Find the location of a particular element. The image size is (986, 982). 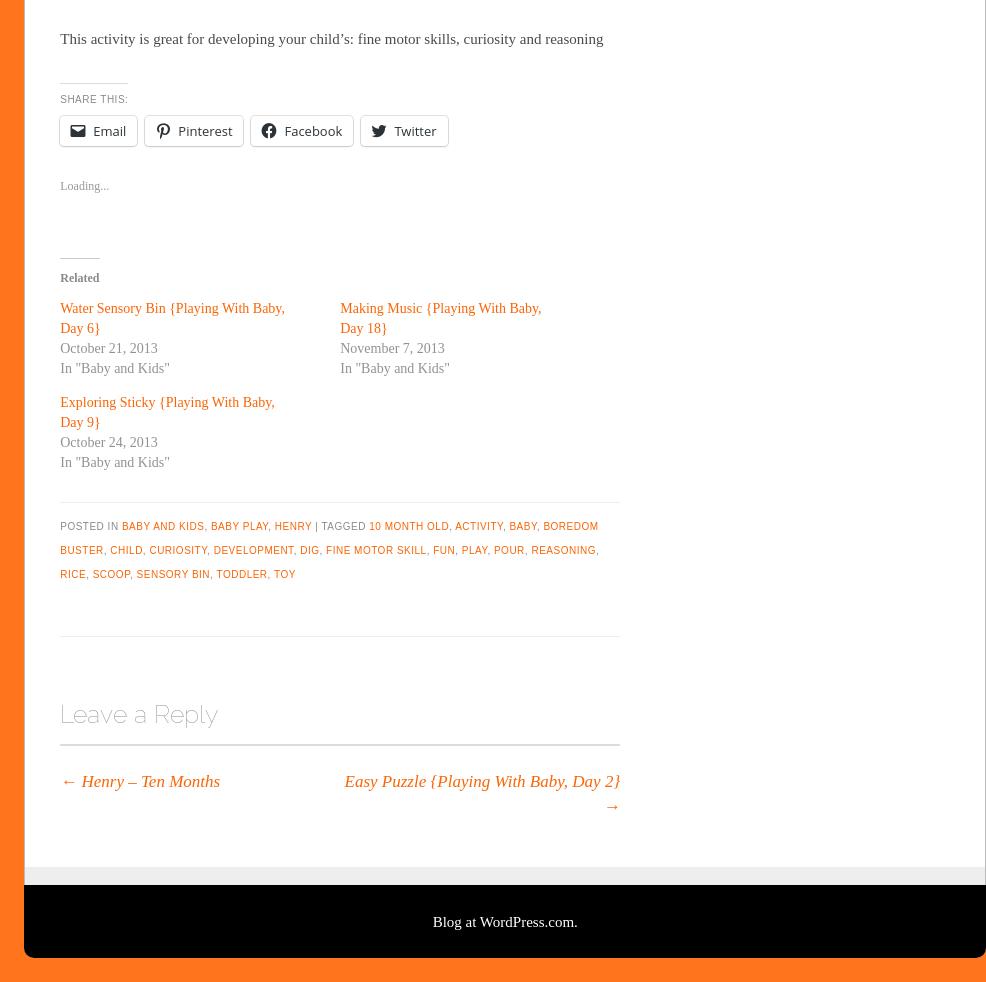

'scoop' is located at coordinates (111, 573).